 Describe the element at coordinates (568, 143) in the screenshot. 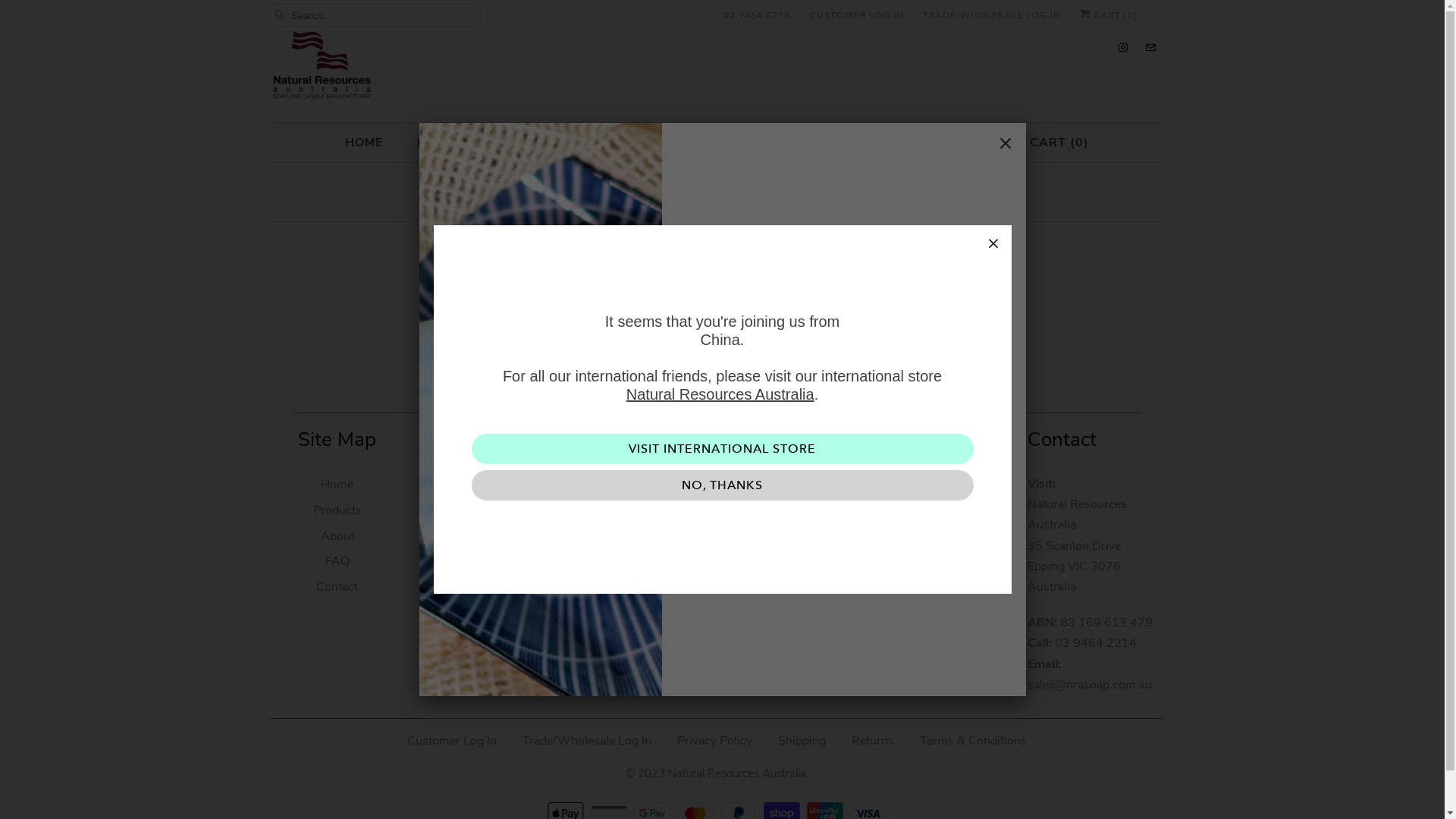

I see `'ABOUT'` at that location.